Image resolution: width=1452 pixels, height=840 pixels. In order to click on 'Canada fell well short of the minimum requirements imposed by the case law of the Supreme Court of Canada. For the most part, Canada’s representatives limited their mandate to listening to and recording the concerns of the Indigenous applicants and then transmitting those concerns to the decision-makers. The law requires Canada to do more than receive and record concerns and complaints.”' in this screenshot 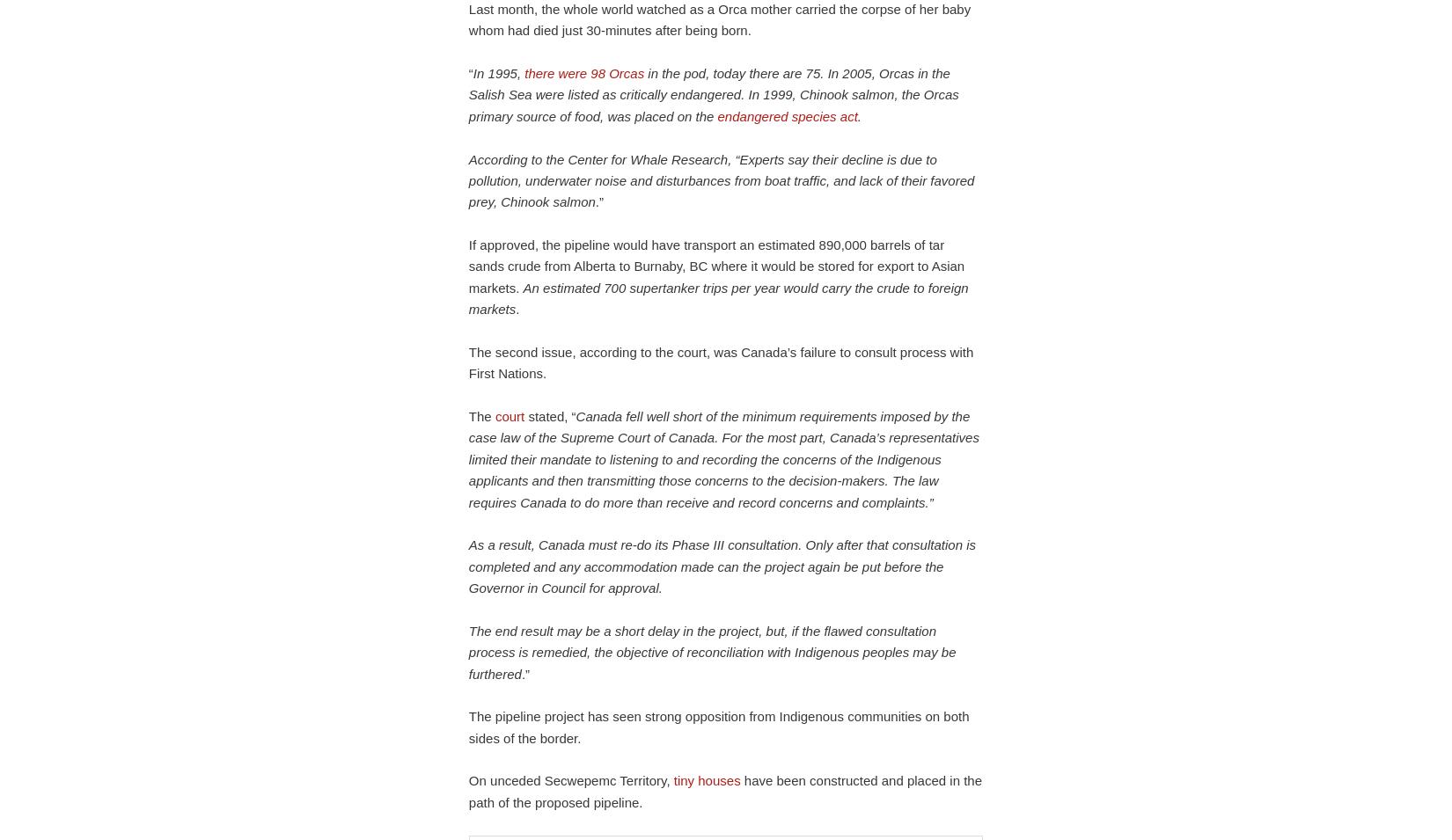, I will do `click(722, 459)`.